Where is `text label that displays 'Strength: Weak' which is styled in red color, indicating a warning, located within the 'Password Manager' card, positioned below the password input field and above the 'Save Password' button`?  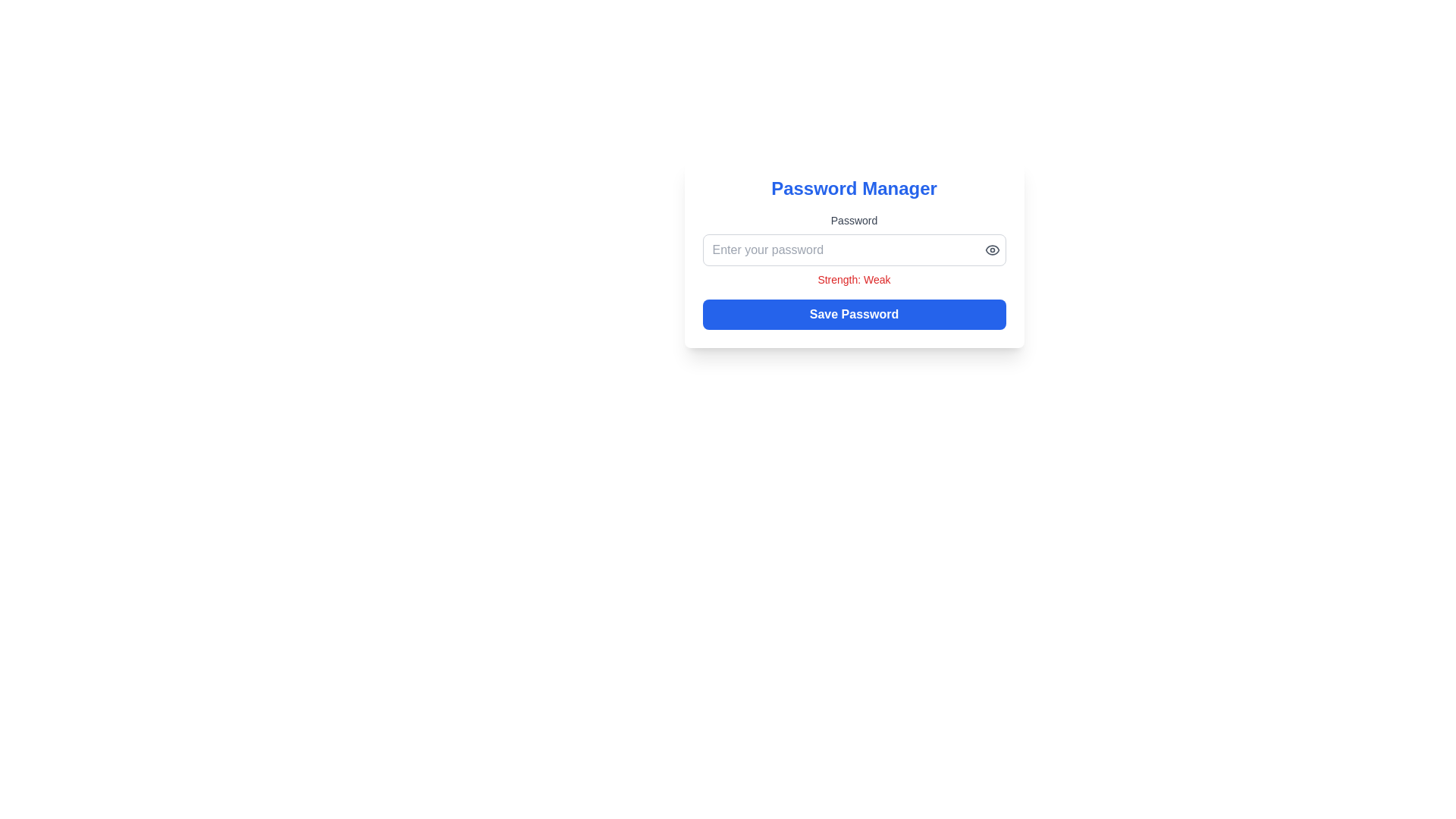
text label that displays 'Strength: Weak' which is styled in red color, indicating a warning, located within the 'Password Manager' card, positioned below the password input field and above the 'Save Password' button is located at coordinates (854, 280).